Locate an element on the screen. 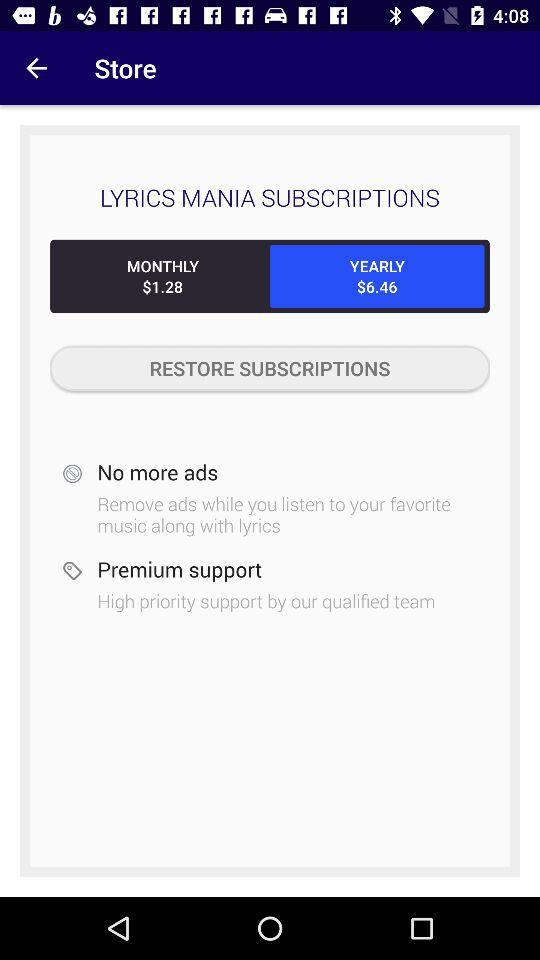 This screenshot has height=960, width=540. the icon below lyrics mania subscriptions item is located at coordinates (161, 275).